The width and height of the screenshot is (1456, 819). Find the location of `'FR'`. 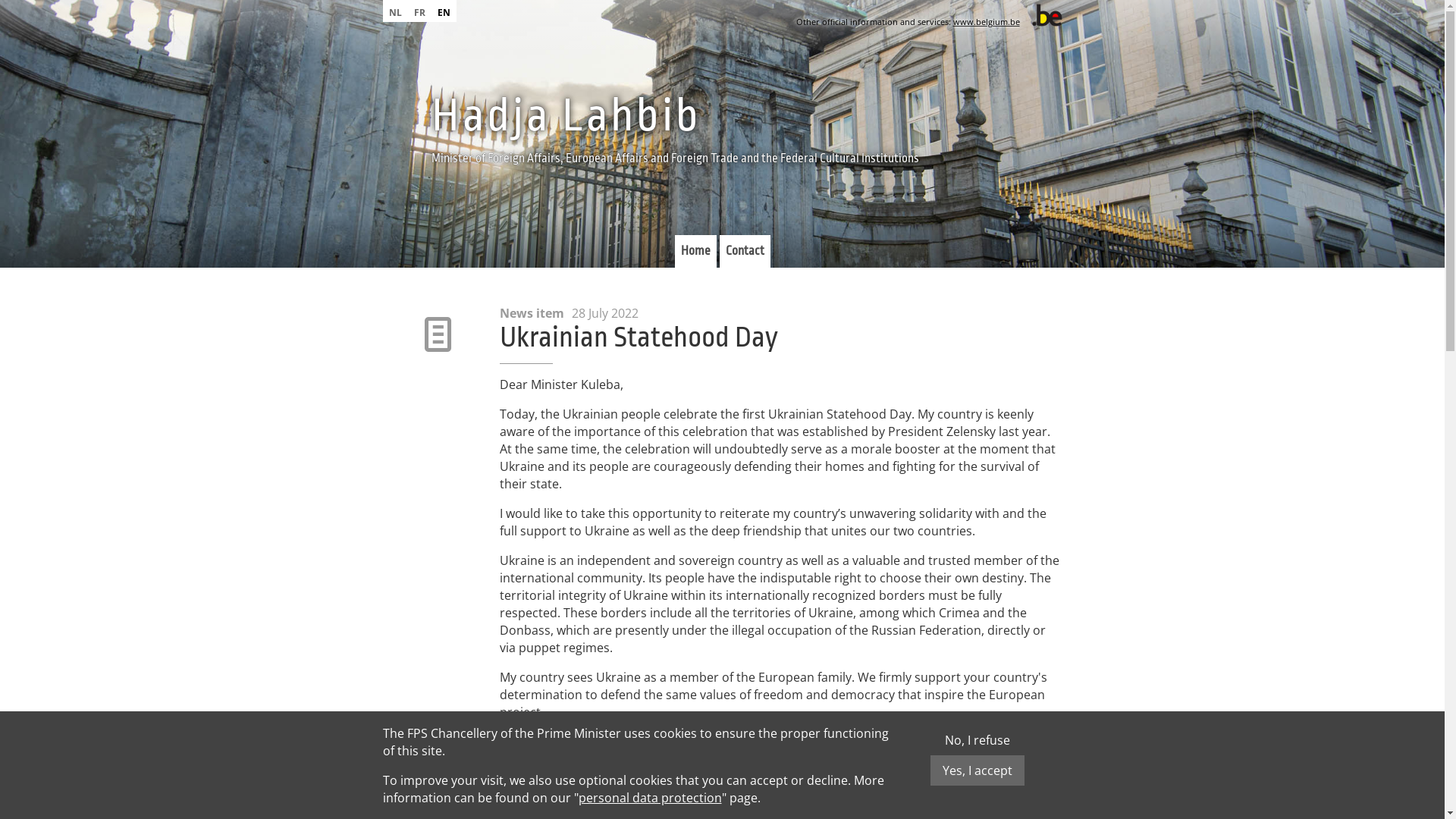

'FR' is located at coordinates (419, 11).